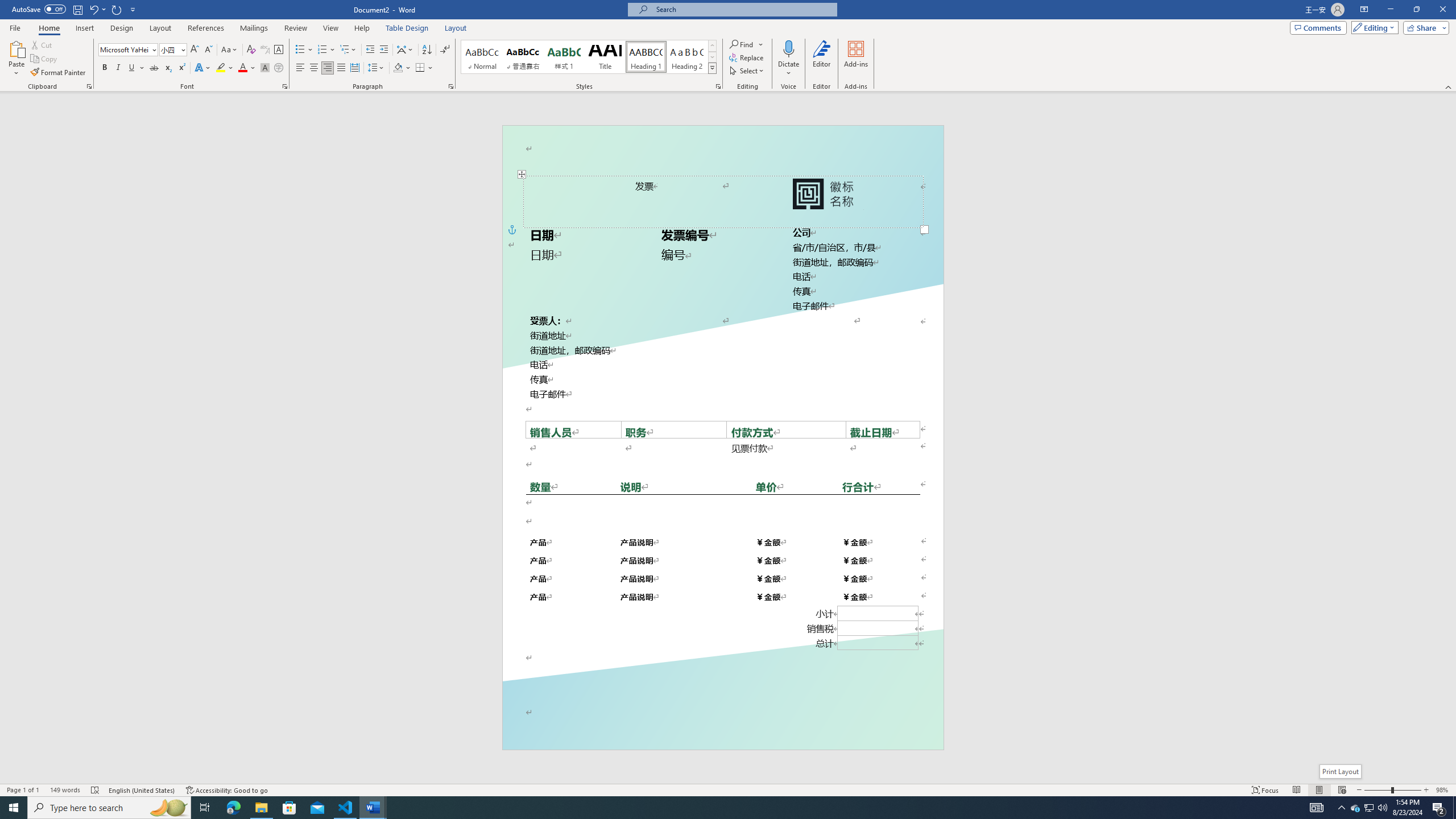 This screenshot has height=819, width=1456. What do you see at coordinates (1392, 790) in the screenshot?
I see `'Zoom'` at bounding box center [1392, 790].